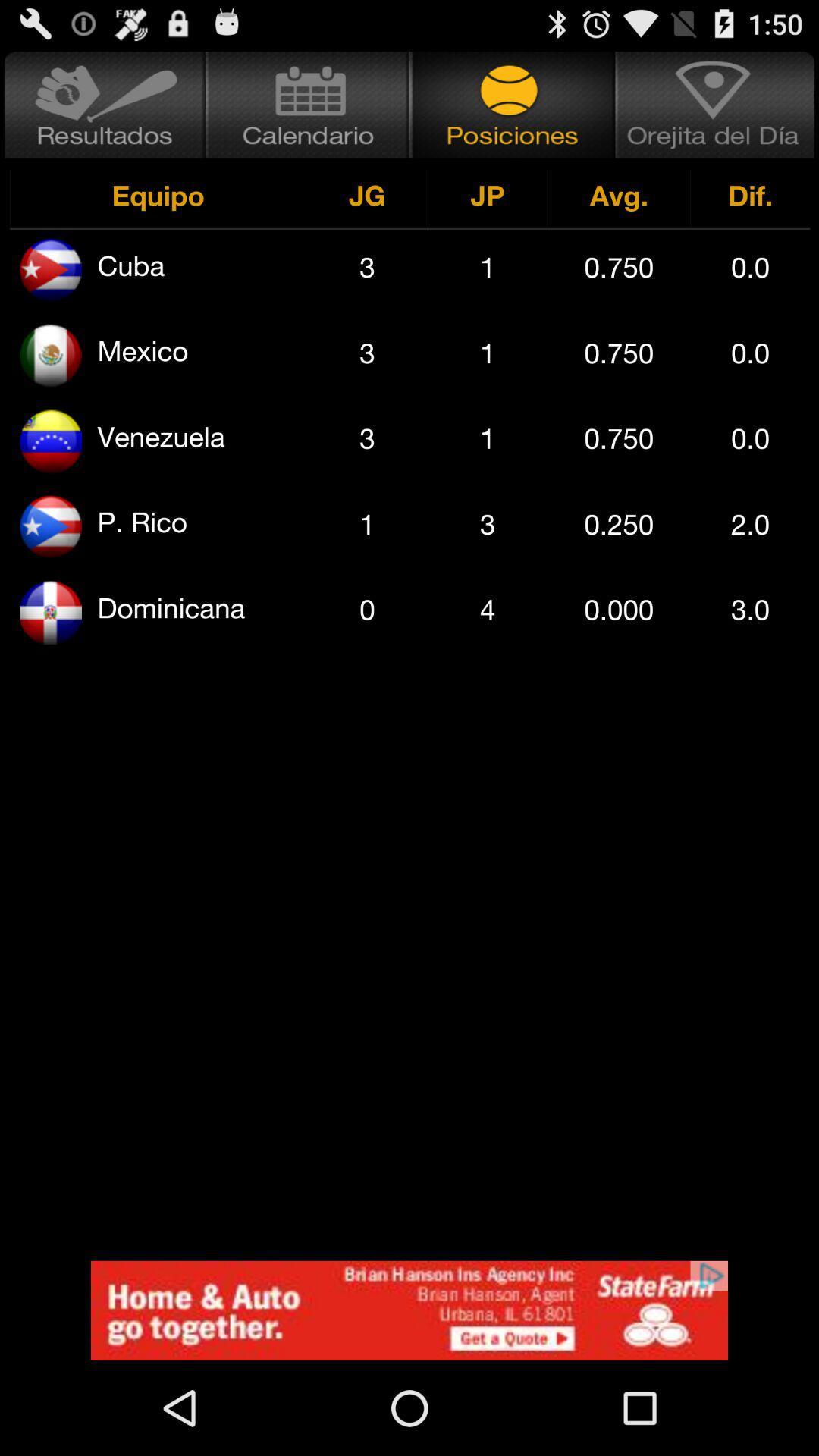 The image size is (819, 1456). What do you see at coordinates (512, 104) in the screenshot?
I see `show positions` at bounding box center [512, 104].